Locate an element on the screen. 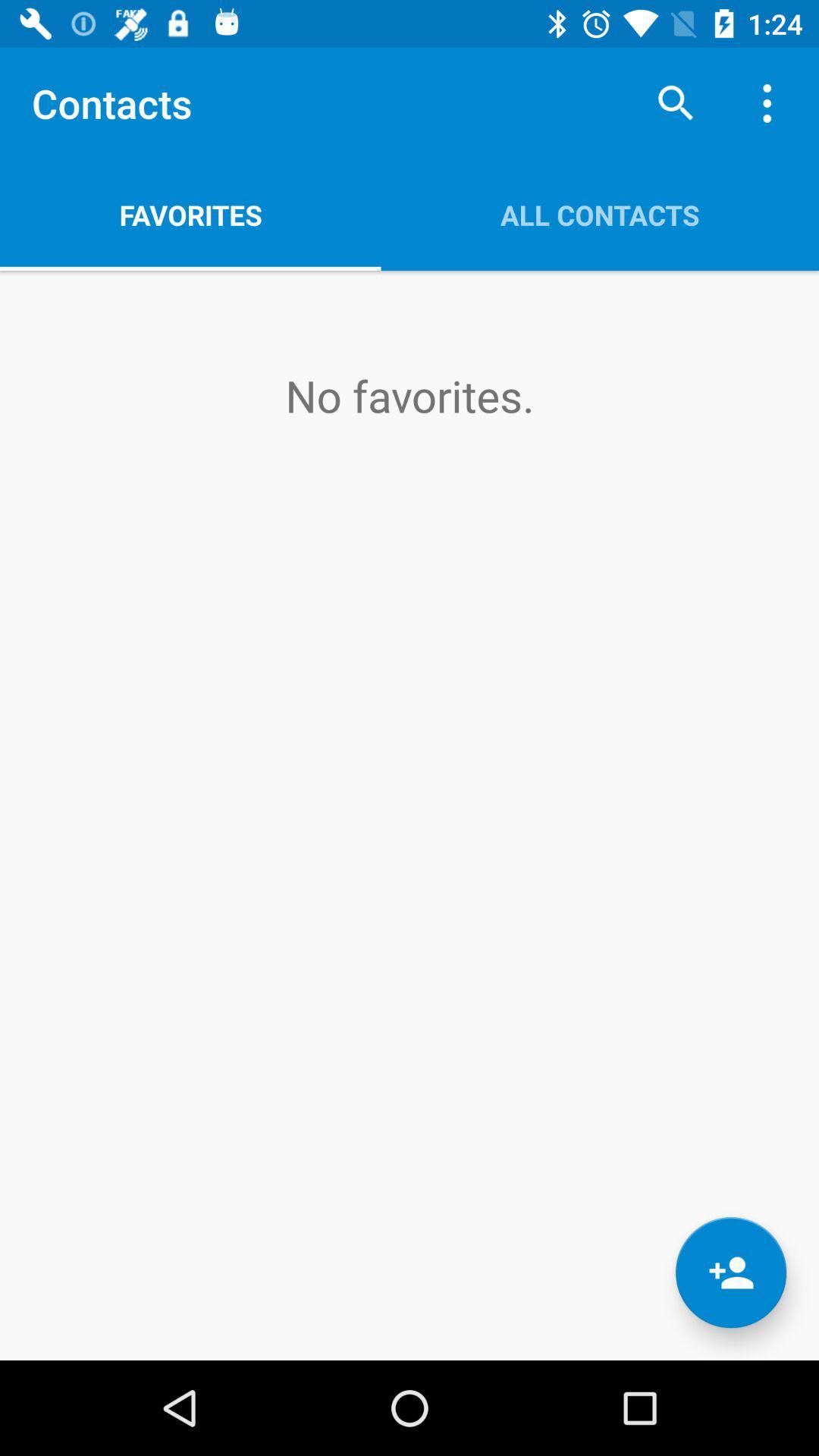 This screenshot has width=819, height=1456. the all contacts app is located at coordinates (599, 214).